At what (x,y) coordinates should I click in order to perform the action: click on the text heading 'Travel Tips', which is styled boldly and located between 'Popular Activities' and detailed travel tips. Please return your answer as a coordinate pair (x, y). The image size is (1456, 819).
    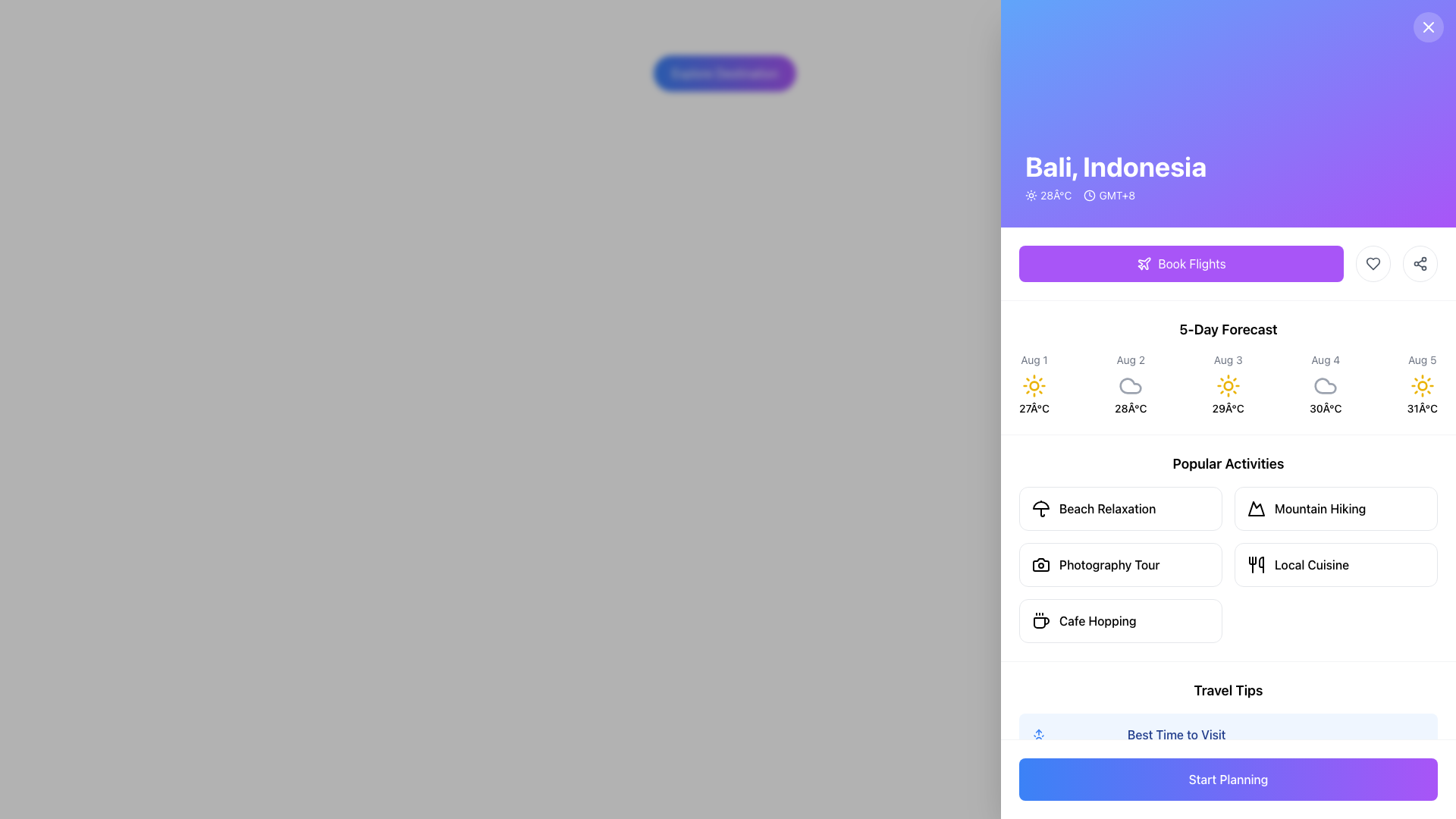
    Looking at the image, I should click on (1228, 690).